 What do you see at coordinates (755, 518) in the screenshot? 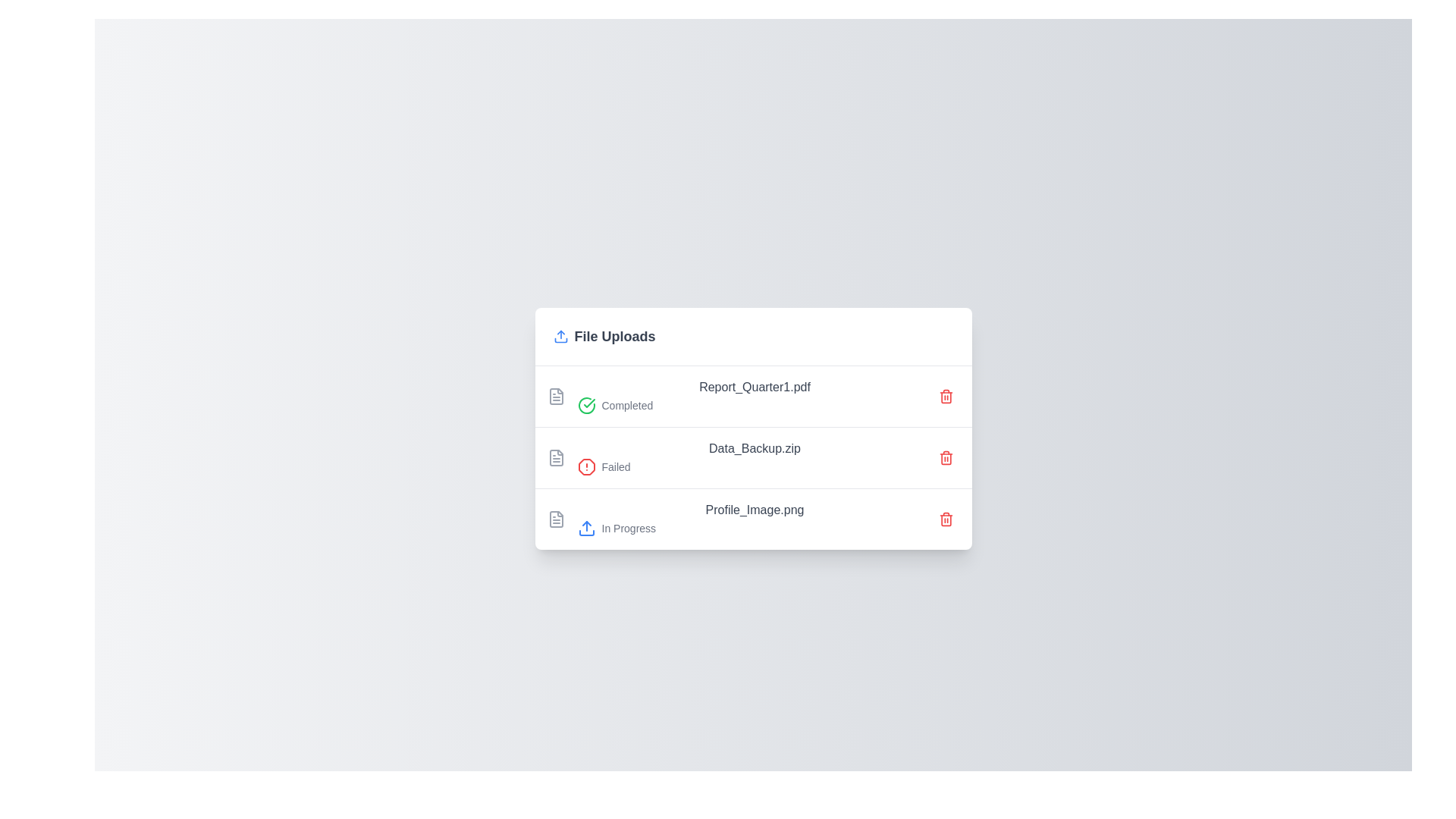
I see `text of the informational label indicating the upload status of the file 'Profile_Image.png', which is located in the 'File Uploads' section, between the second and fourth items` at bounding box center [755, 518].